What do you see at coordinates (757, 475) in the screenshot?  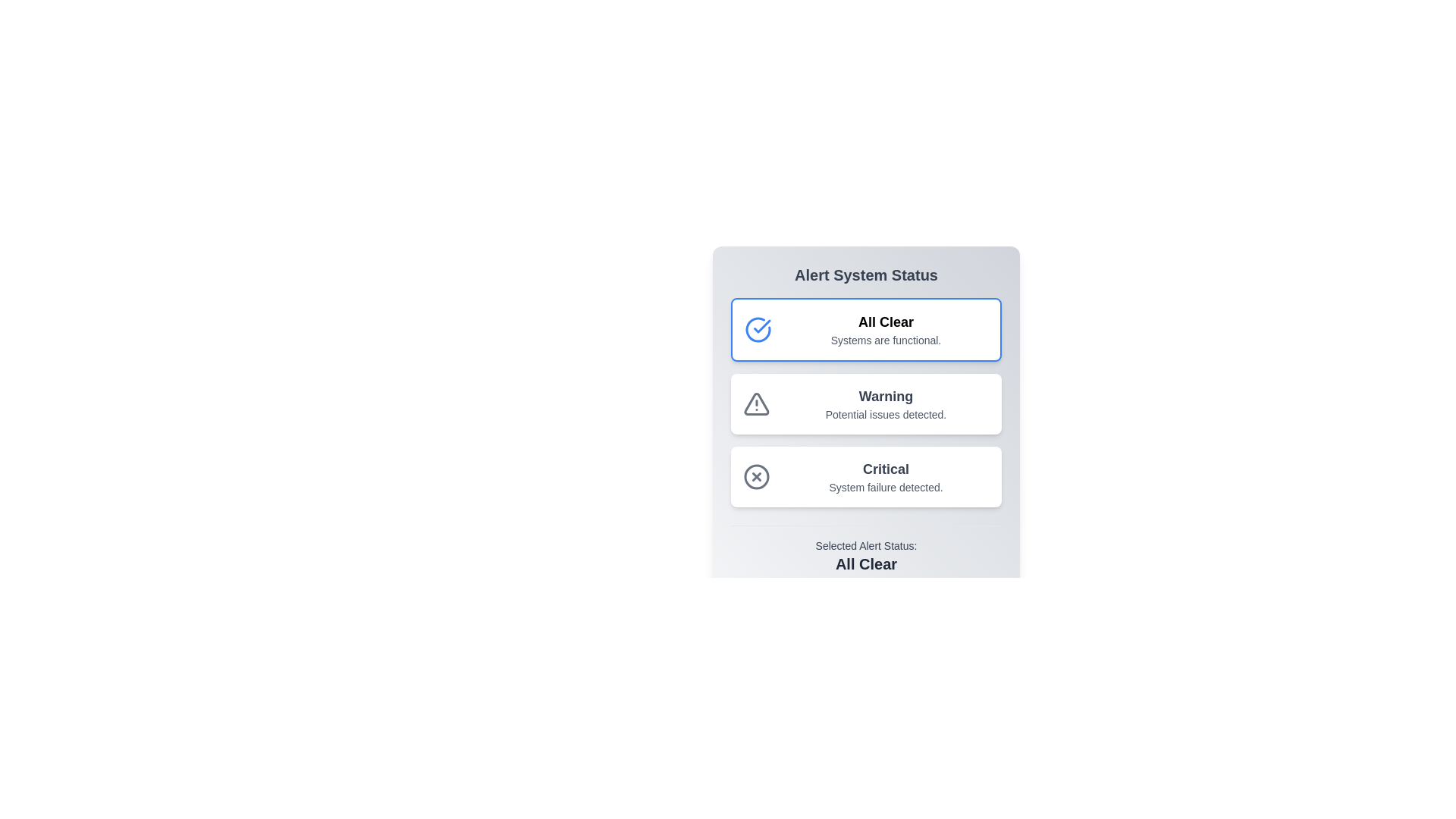 I see `the circular SVG icon with a bold, dark gray 'X' at its center, located to the left of the text 'Critical' in the third item of the vertical stack of alert statuses` at bounding box center [757, 475].